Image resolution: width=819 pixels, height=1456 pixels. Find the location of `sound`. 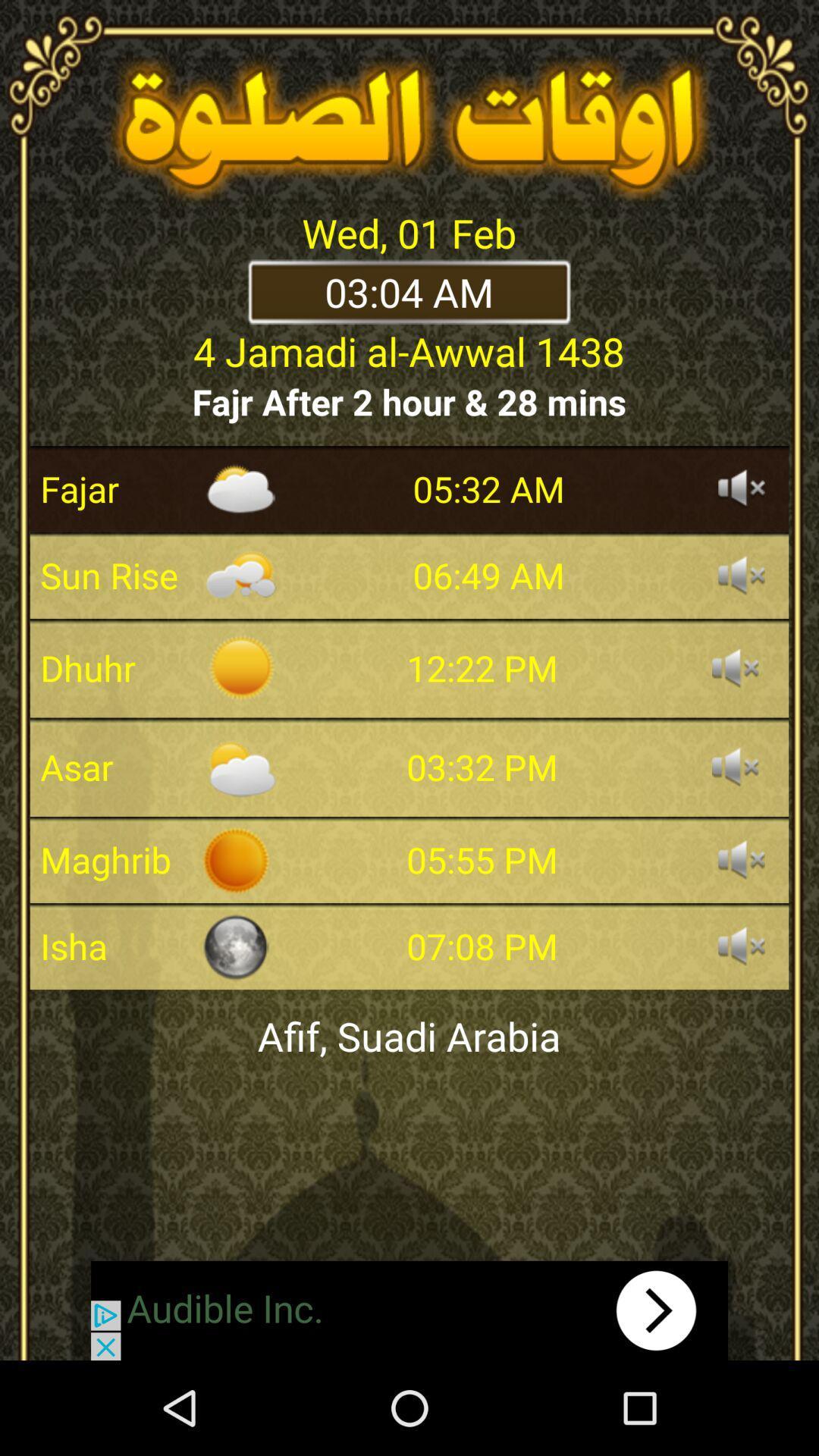

sound is located at coordinates (734, 667).